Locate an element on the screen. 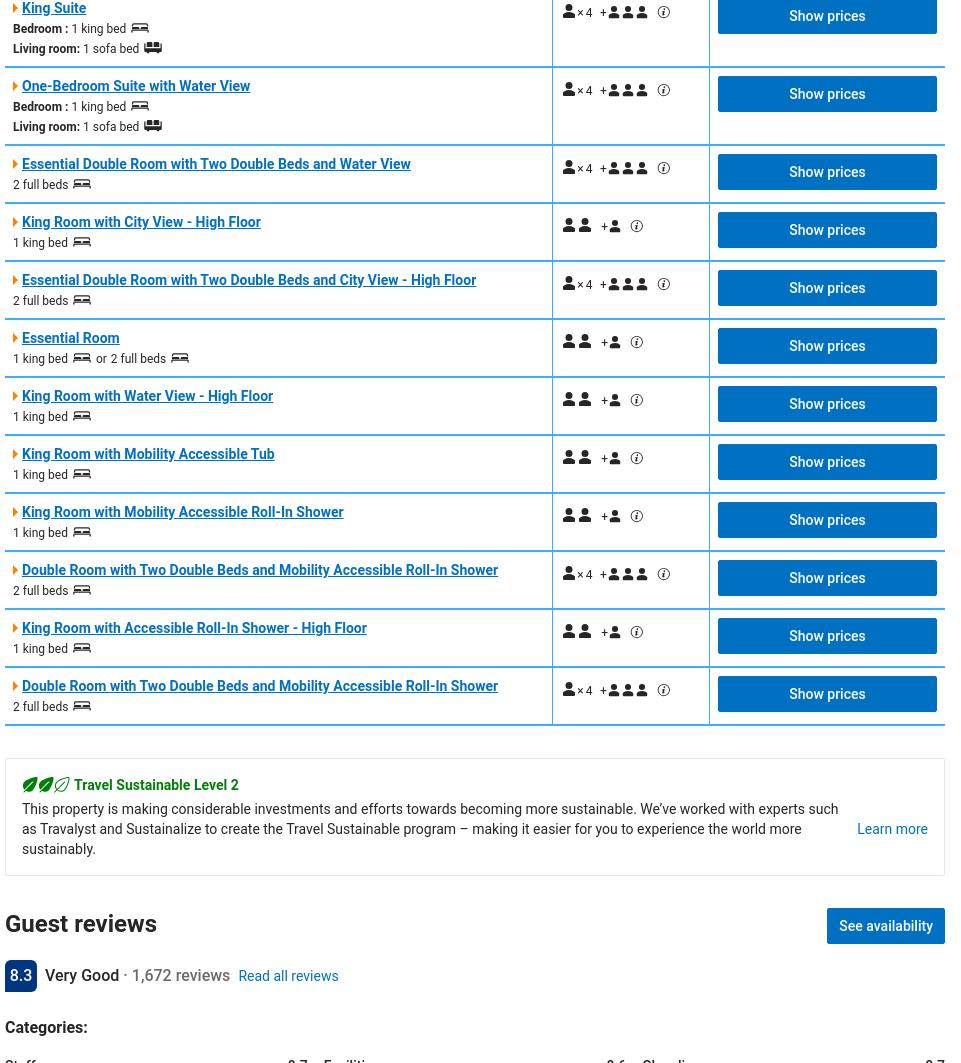 The image size is (961, 1063). 'Essential Room' is located at coordinates (70, 336).